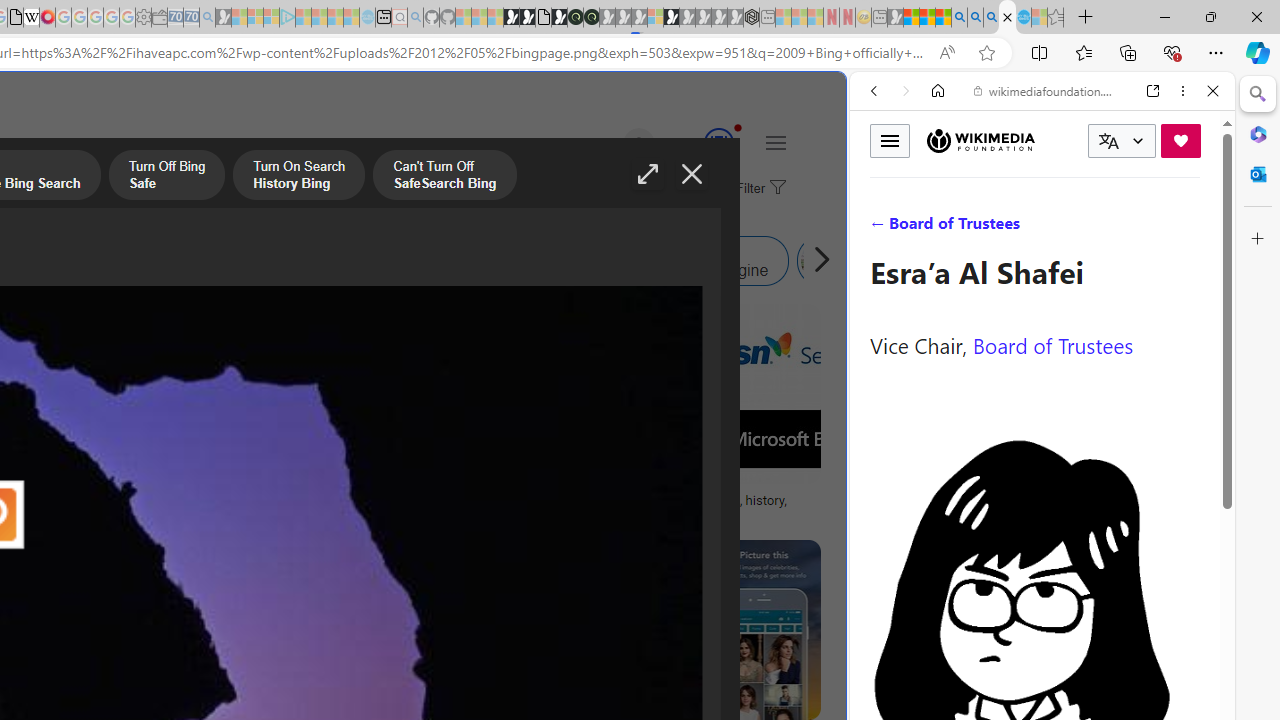  What do you see at coordinates (879, 17) in the screenshot?
I see `'New tab - Sleeping'` at bounding box center [879, 17].